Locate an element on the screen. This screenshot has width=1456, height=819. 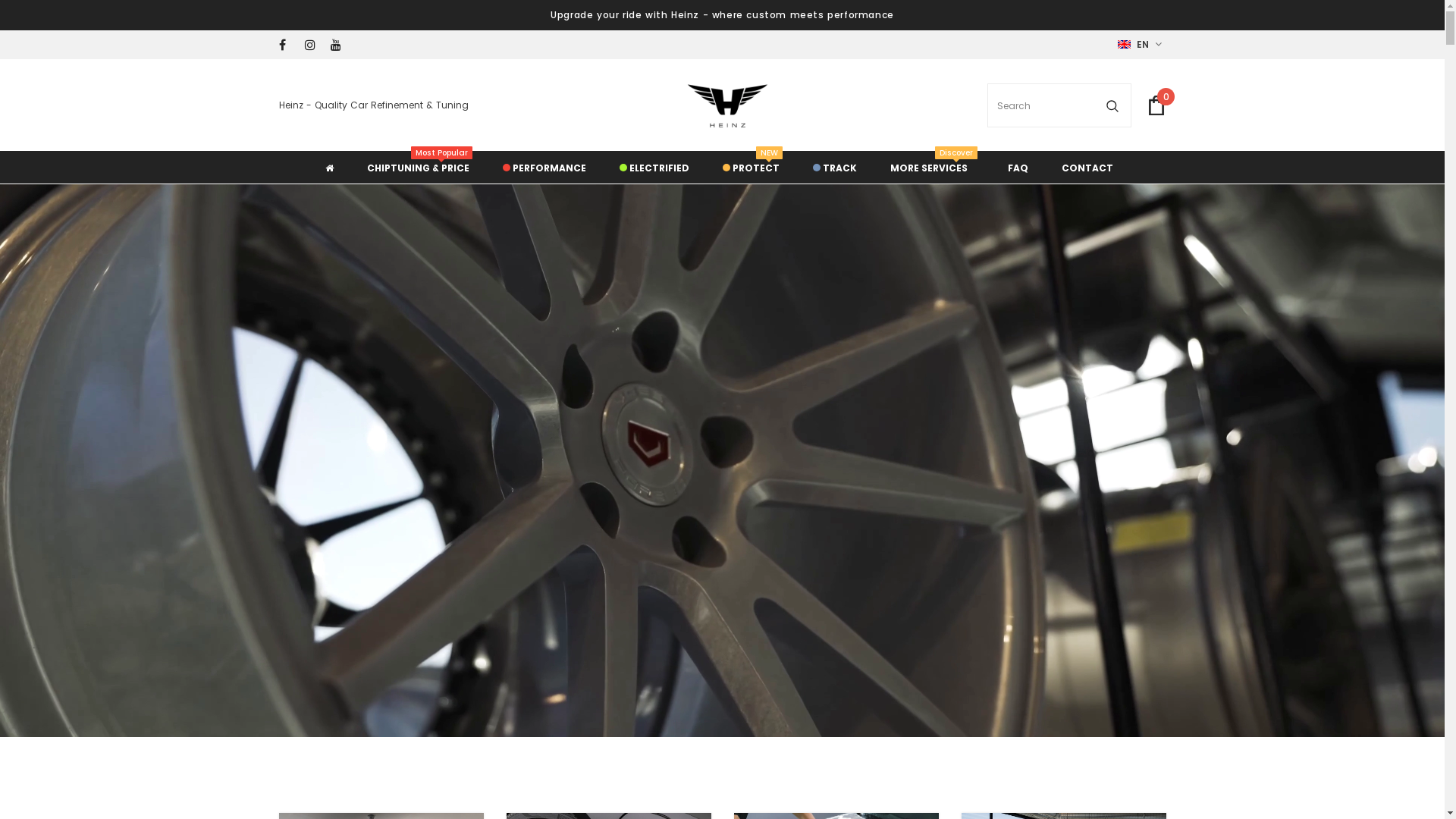
'ELECTRIFIED' is located at coordinates (654, 166).